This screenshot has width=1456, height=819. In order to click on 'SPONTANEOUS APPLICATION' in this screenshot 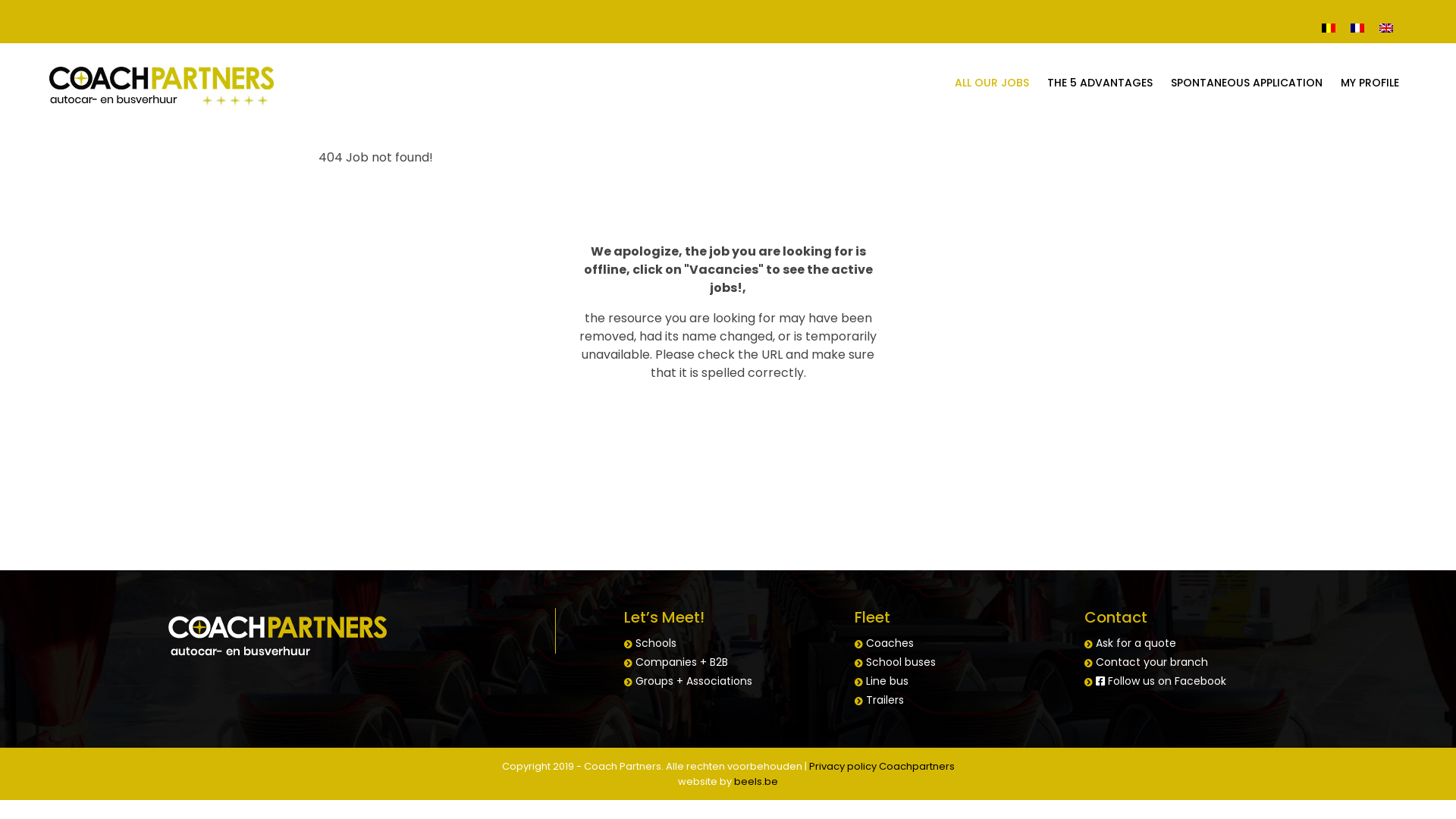, I will do `click(1246, 82)`.